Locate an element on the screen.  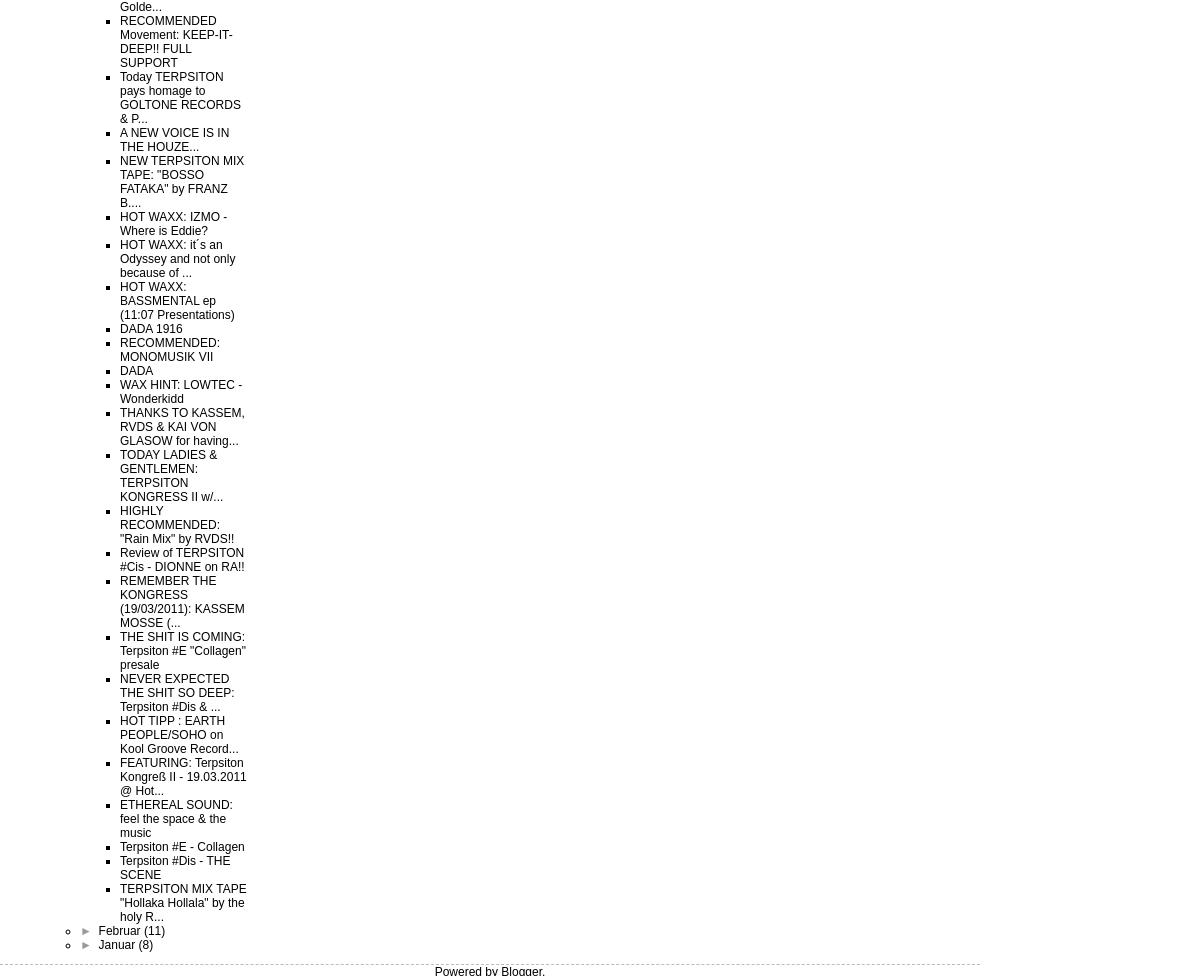
'DADA 1916' is located at coordinates (150, 329).